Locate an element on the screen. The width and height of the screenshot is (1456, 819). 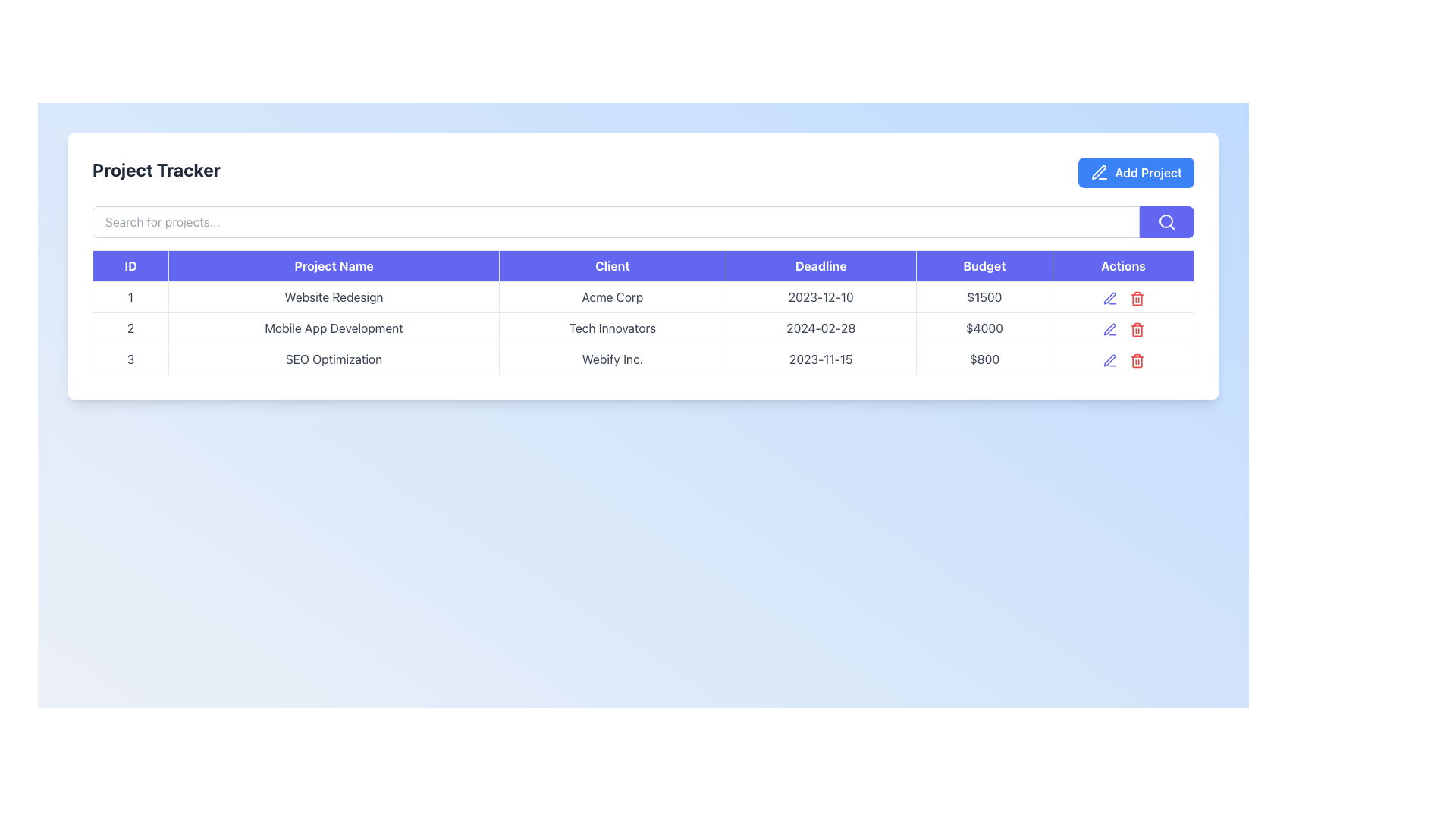
displayed text of the project identifier label located in the first cell of the second row of the table, which corresponds to the project details for 'Mobile App Development' is located at coordinates (130, 327).